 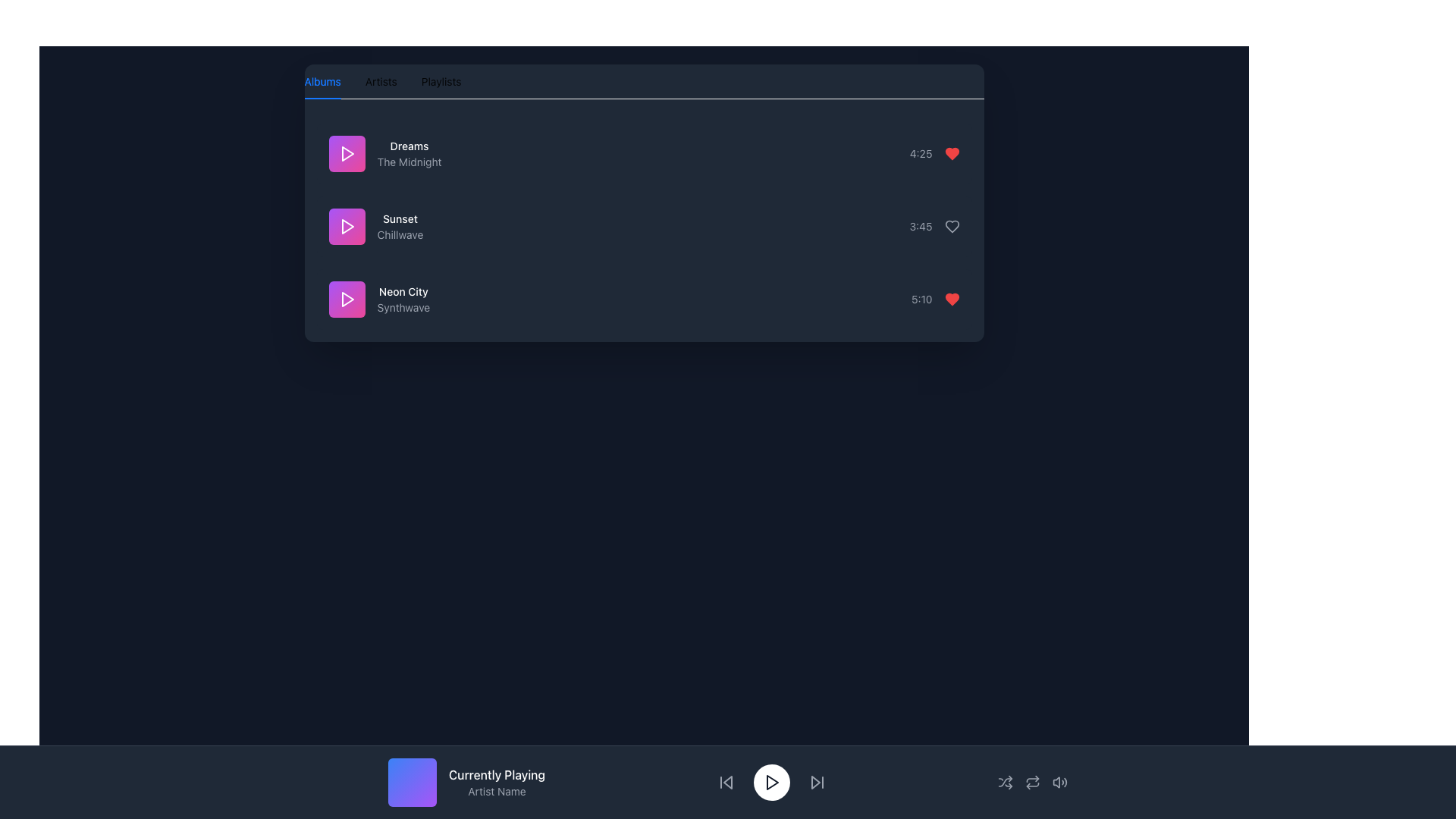 What do you see at coordinates (346, 227) in the screenshot?
I see `the play button icon located in the second item of a vertically arranged list, which is centered within a purple-pink gradient background to the left of the 'Sunset' text label` at bounding box center [346, 227].